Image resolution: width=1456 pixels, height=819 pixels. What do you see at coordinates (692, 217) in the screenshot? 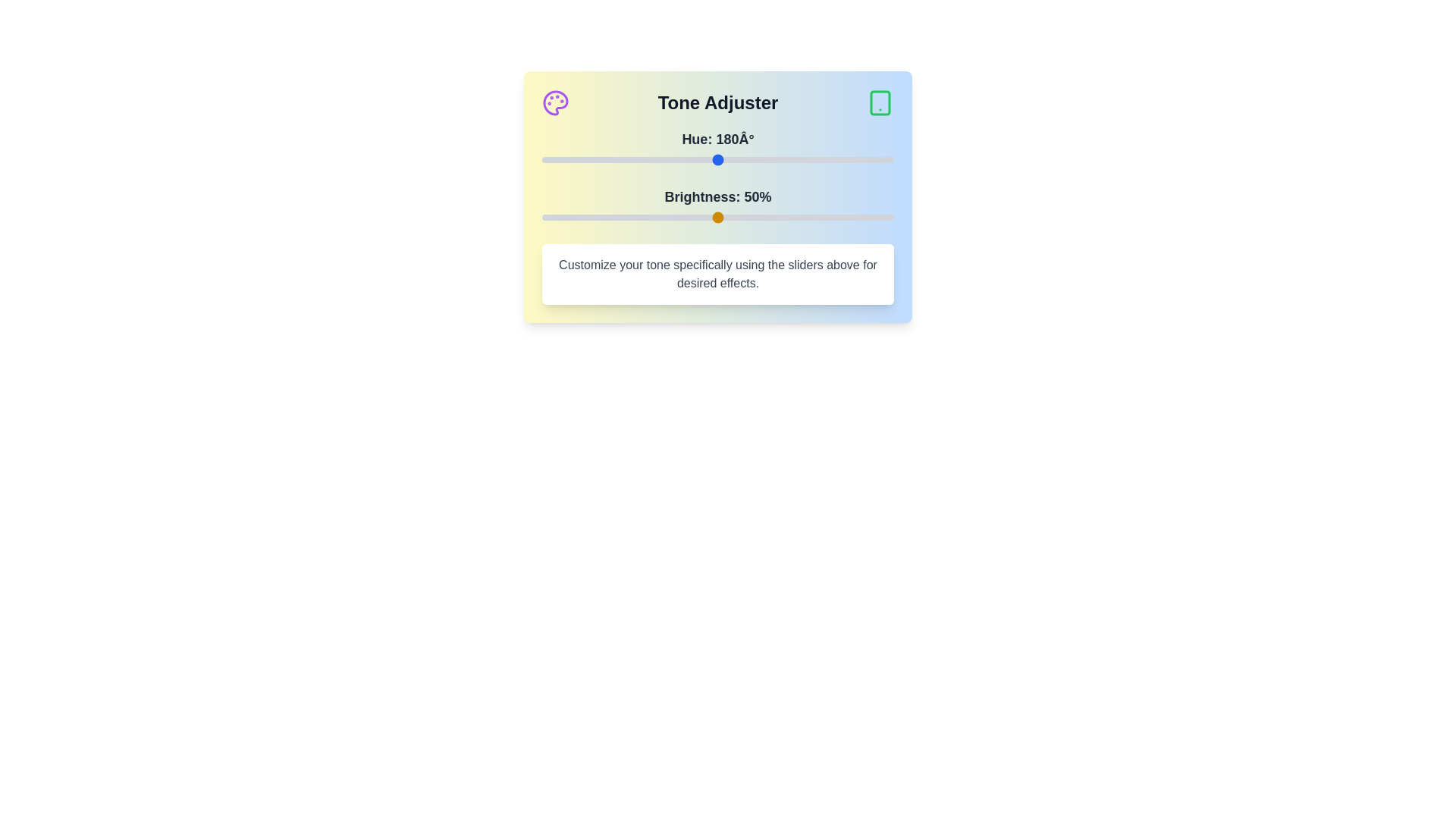
I see `the brightness slider to 43%` at bounding box center [692, 217].